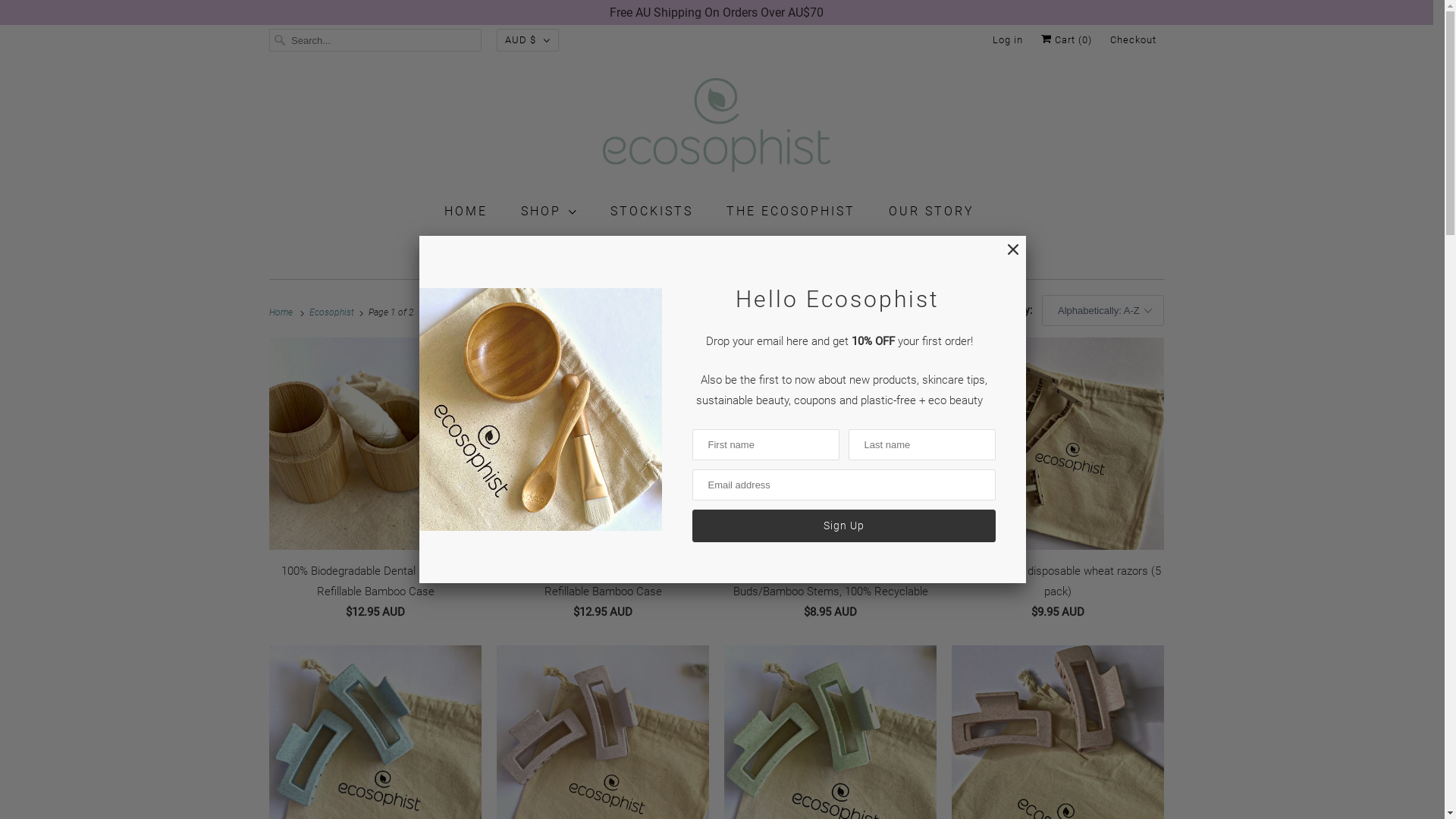 This screenshot has width=1456, height=819. I want to click on 'Biodegradable disposable wheat razors (5 pack), so click(1057, 482).